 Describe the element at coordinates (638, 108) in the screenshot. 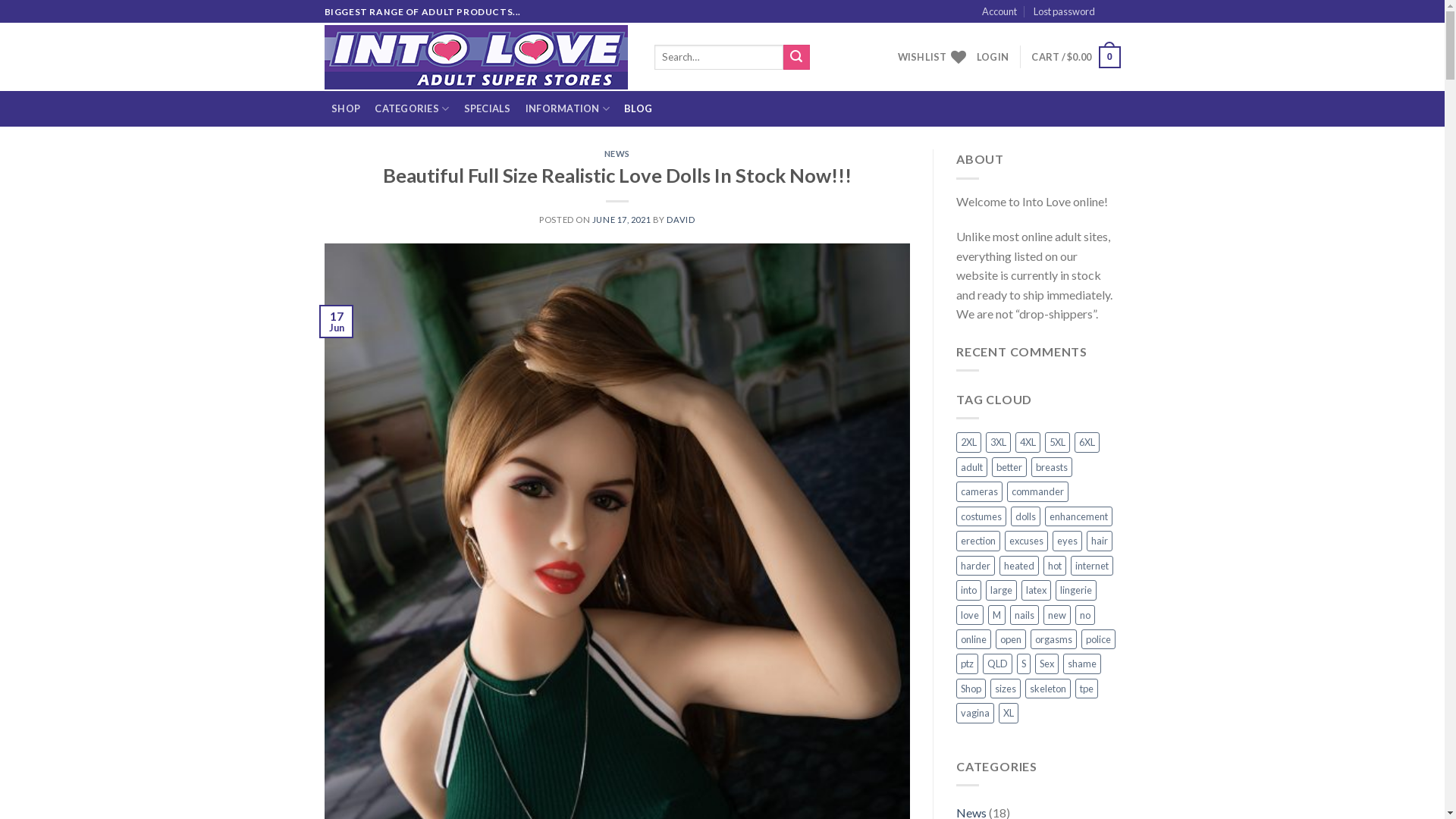

I see `'BLOG'` at that location.